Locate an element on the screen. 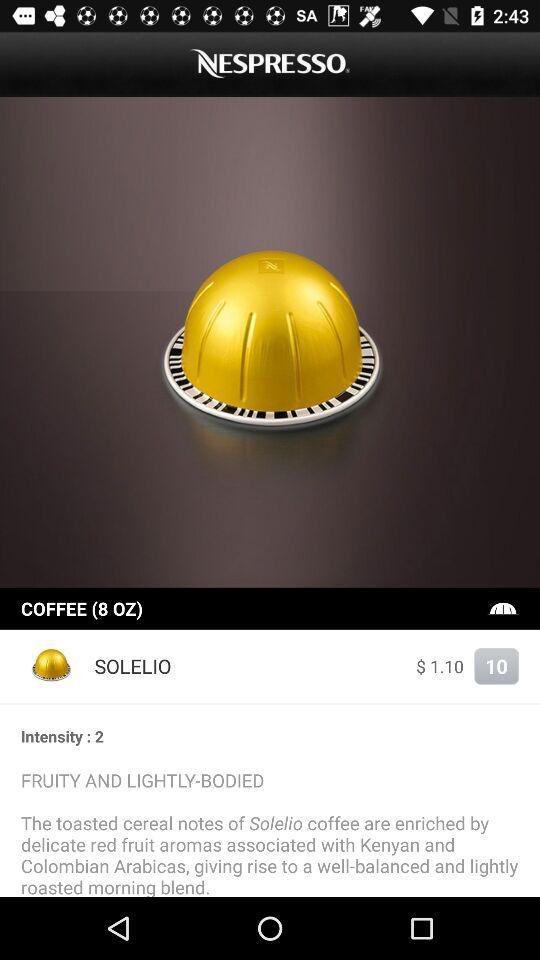 The height and width of the screenshot is (960, 540). item above the intensity : 2 is located at coordinates (270, 703).